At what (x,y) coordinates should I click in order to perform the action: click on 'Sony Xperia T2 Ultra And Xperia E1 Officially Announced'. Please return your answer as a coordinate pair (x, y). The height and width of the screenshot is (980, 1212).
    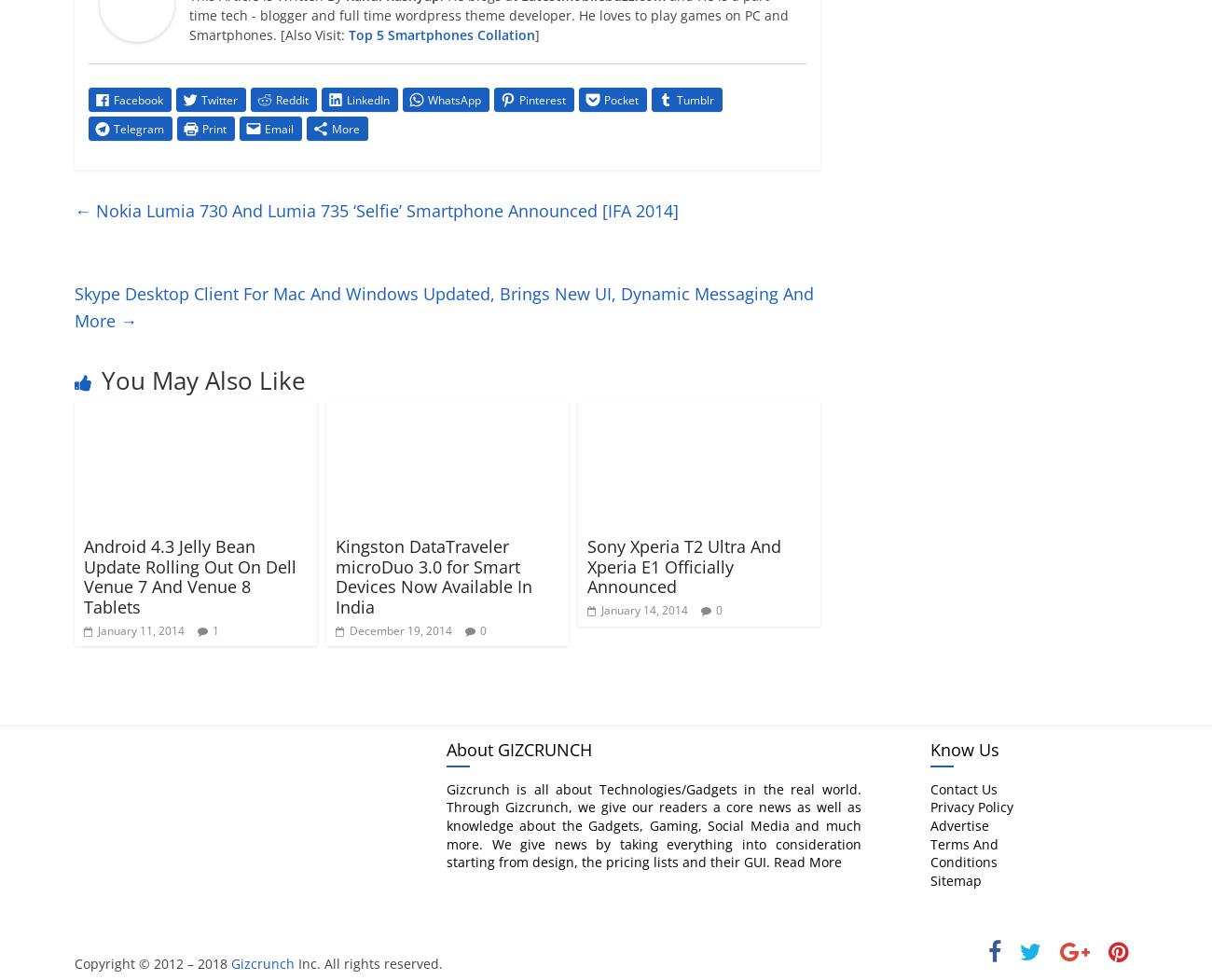
    Looking at the image, I should click on (586, 565).